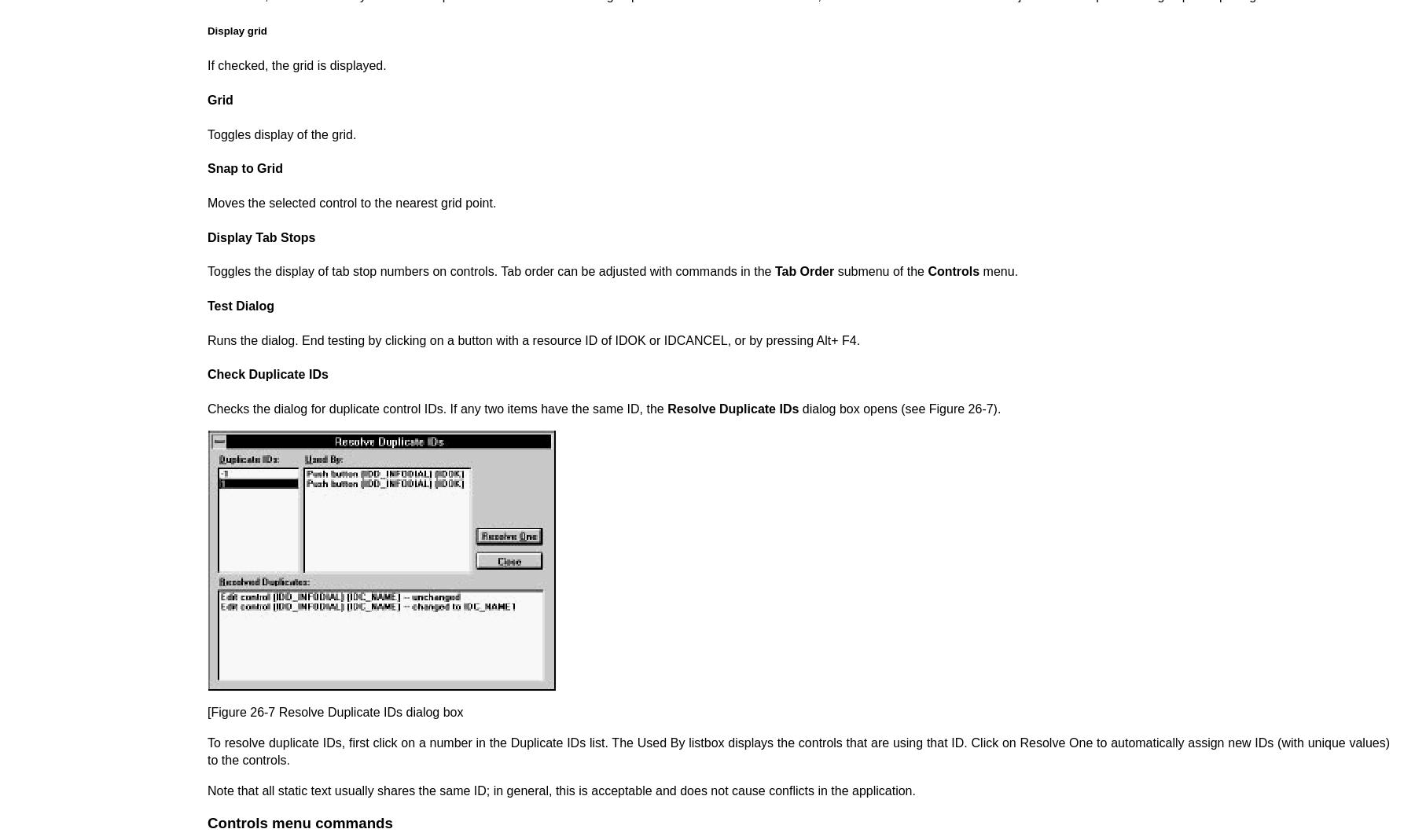 This screenshot has width=1415, height=840. What do you see at coordinates (803, 271) in the screenshot?
I see `'Tab Order'` at bounding box center [803, 271].